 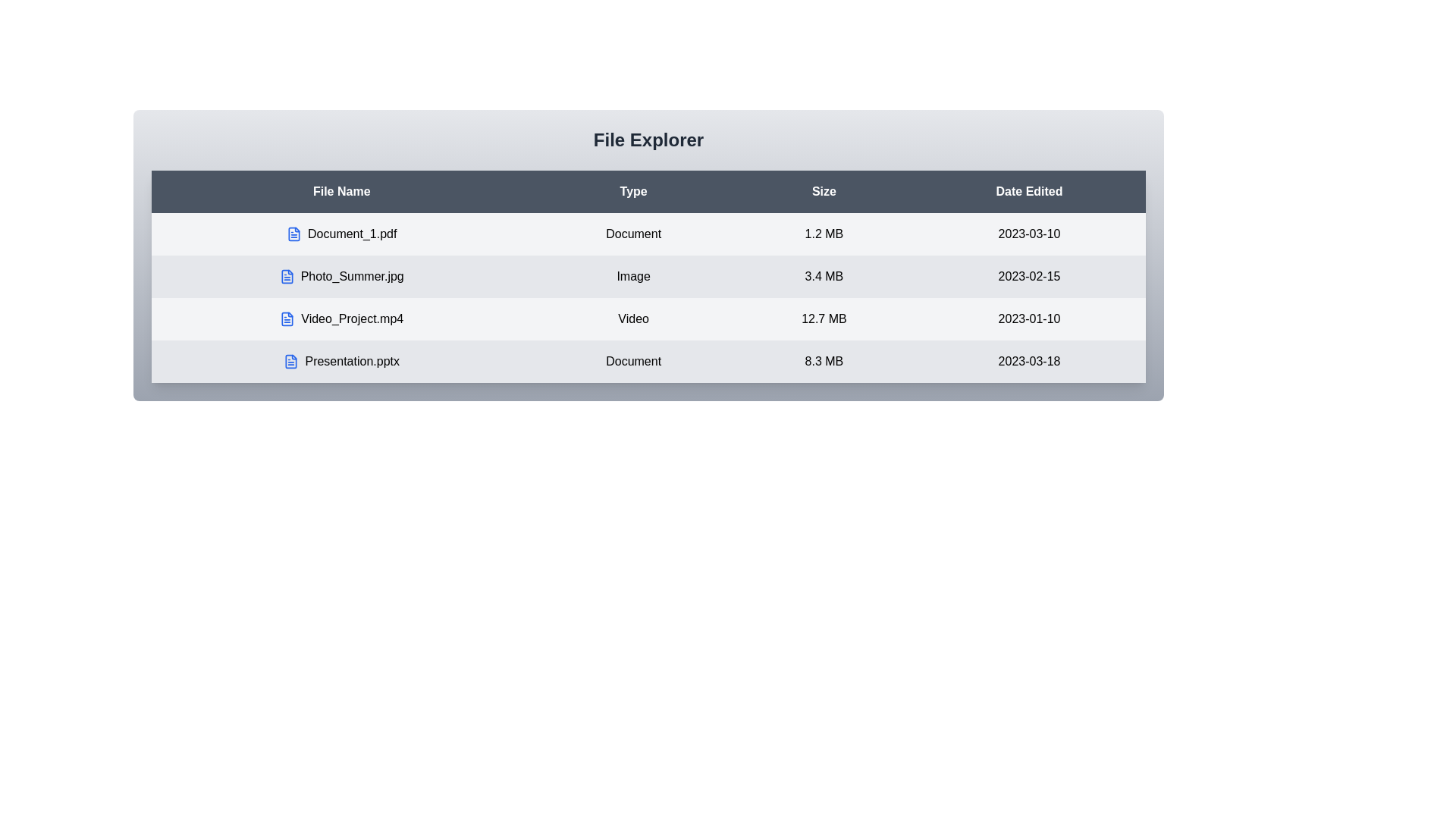 I want to click on the file row corresponding to Document_1.pdf to inspect its details, so click(x=340, y=234).